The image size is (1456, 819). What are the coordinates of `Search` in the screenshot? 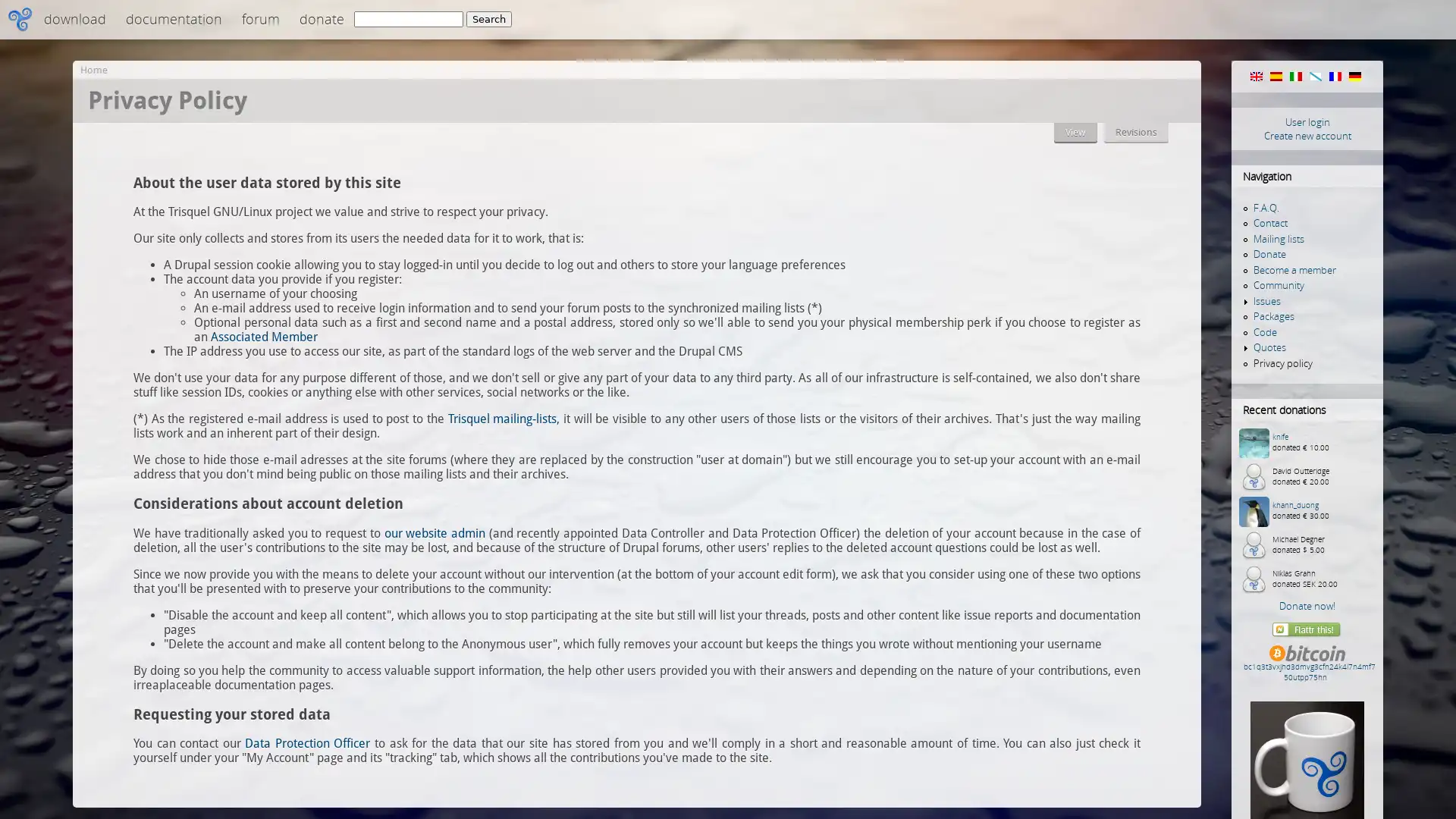 It's located at (488, 19).